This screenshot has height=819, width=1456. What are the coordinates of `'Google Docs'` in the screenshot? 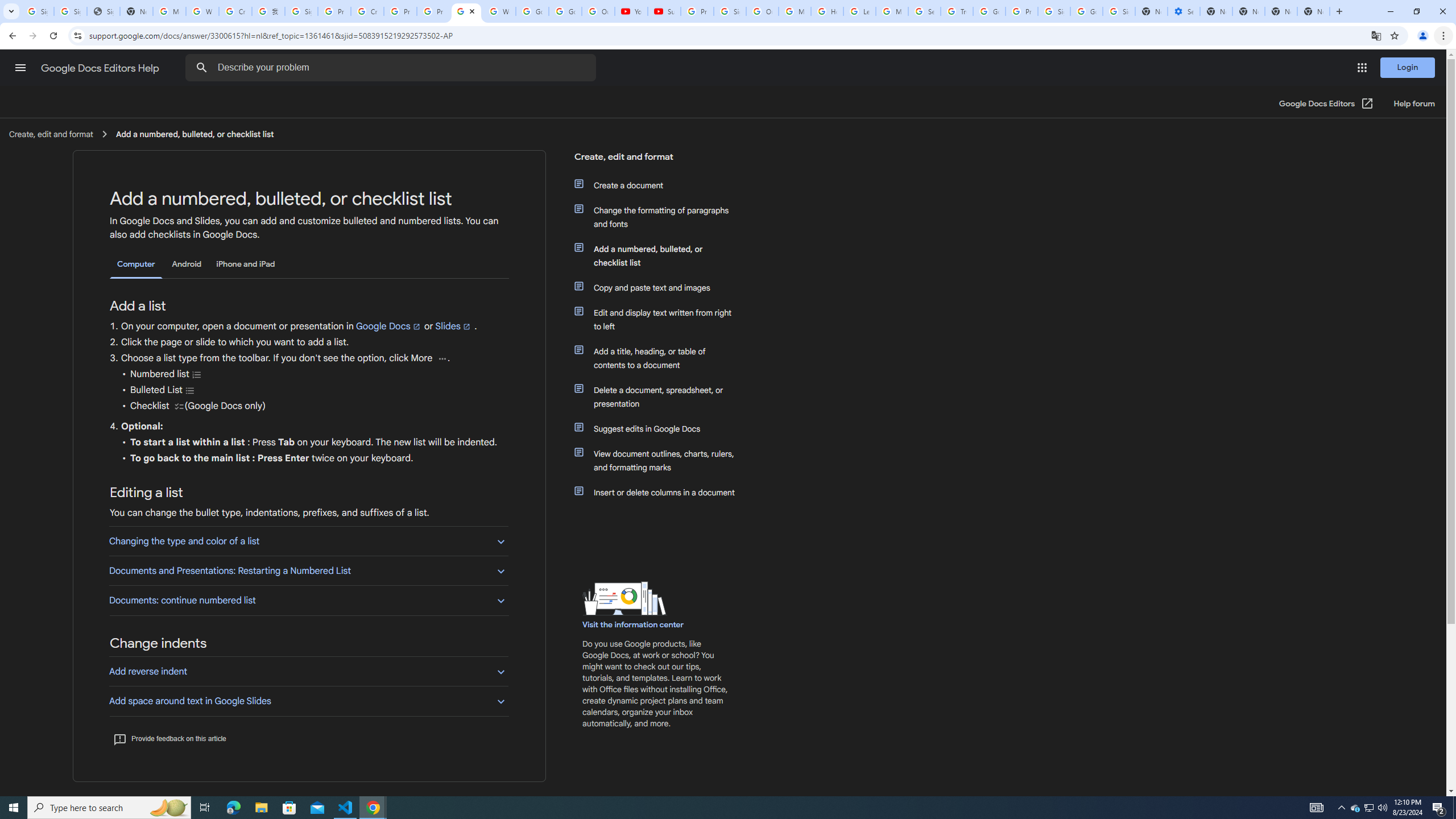 It's located at (388, 326).